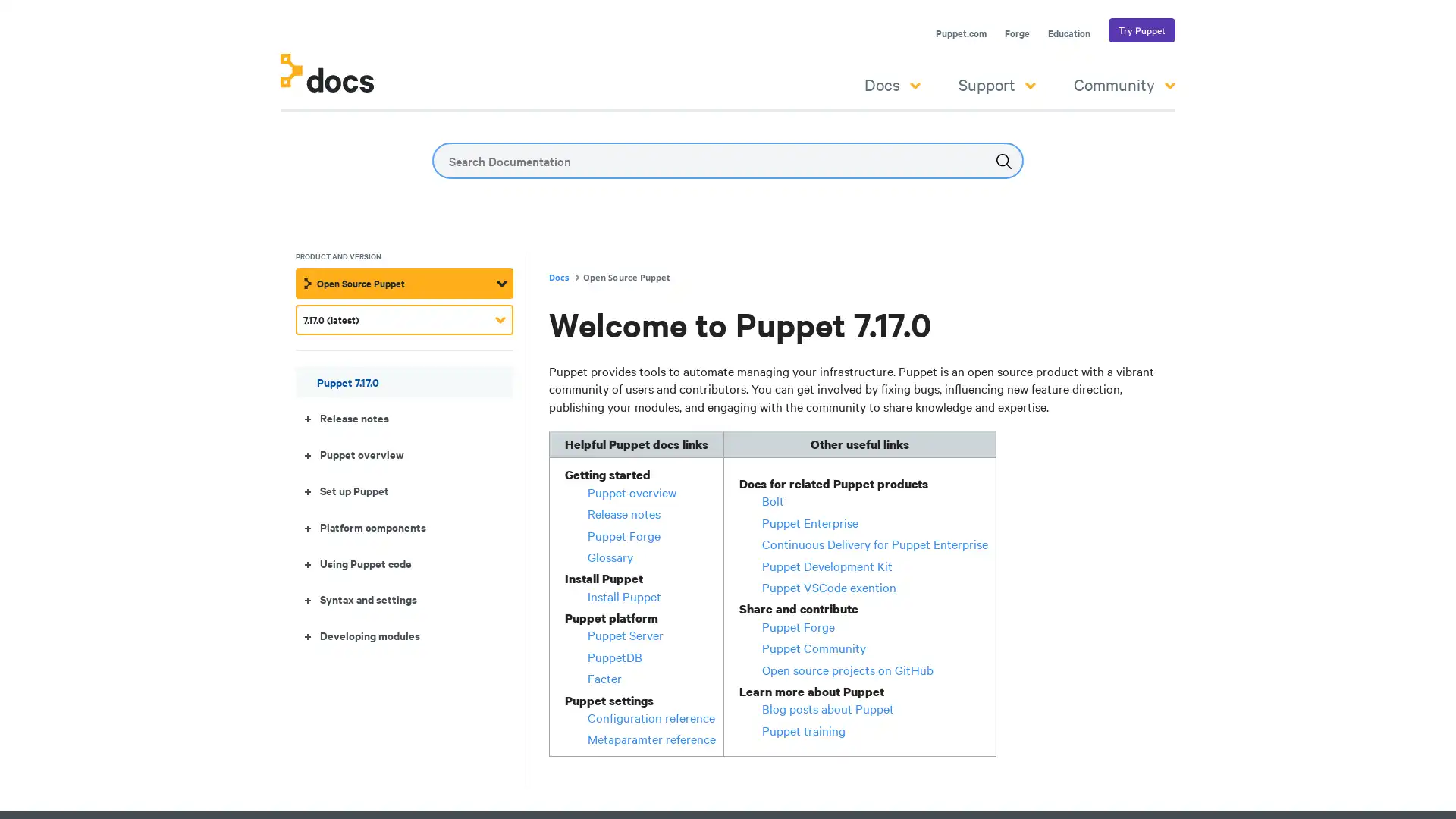 Image resolution: width=1456 pixels, height=819 pixels. I want to click on Community, so click(1125, 92).